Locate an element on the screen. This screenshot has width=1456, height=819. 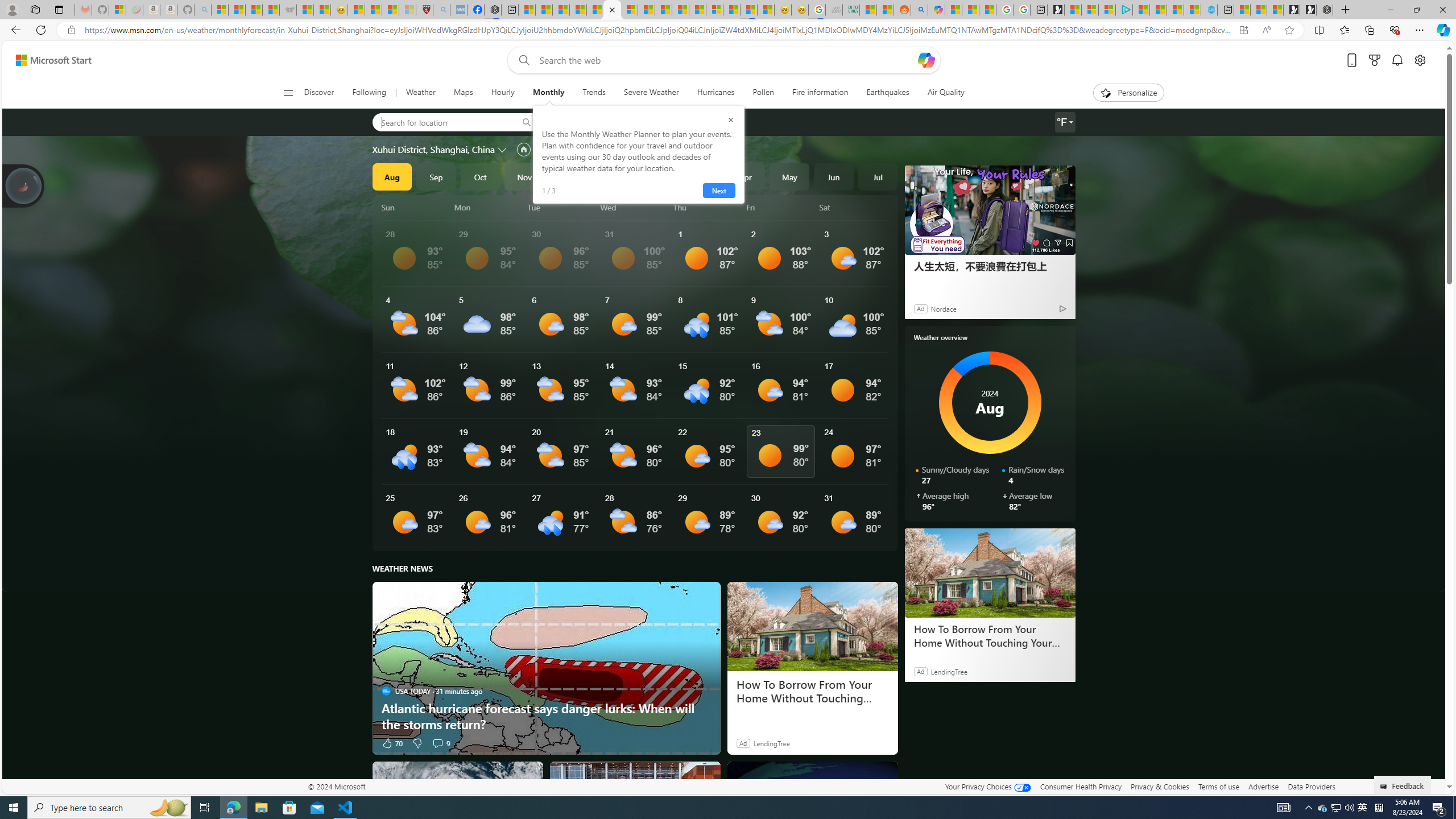
'Set as primary location' is located at coordinates (523, 148).